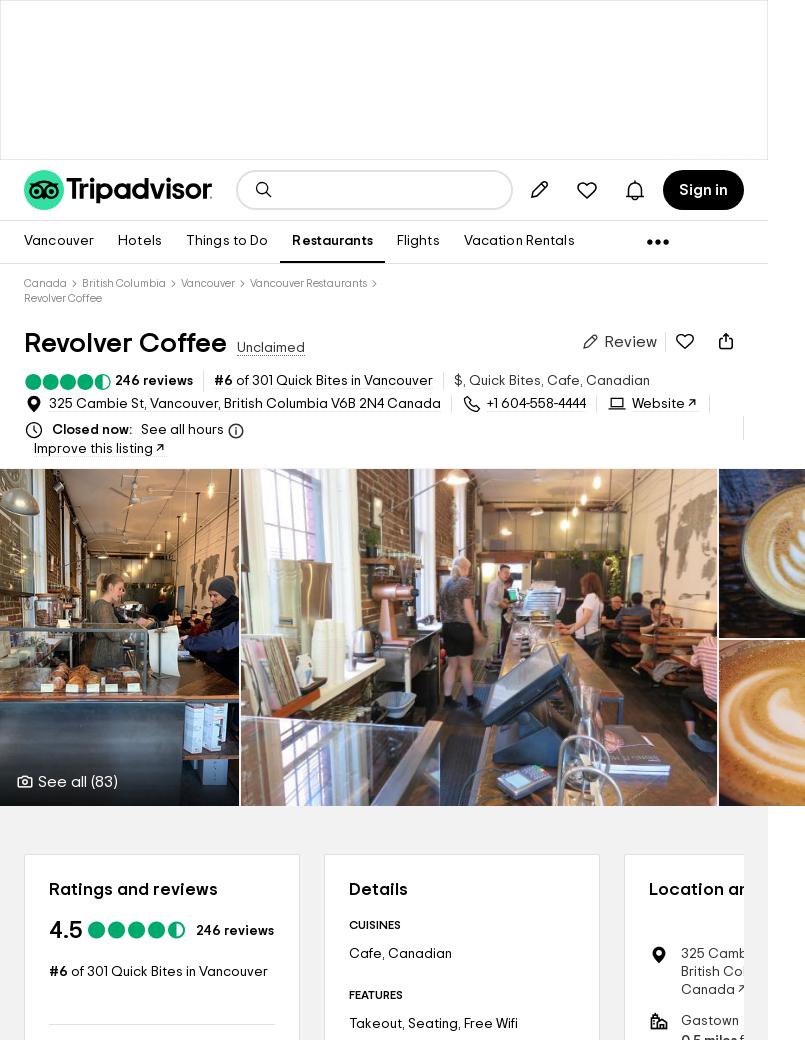  What do you see at coordinates (49, 404) in the screenshot?
I see `'325 Cambie St, Vancouver, British Columbia V6B 2N4 Canada'` at bounding box center [49, 404].